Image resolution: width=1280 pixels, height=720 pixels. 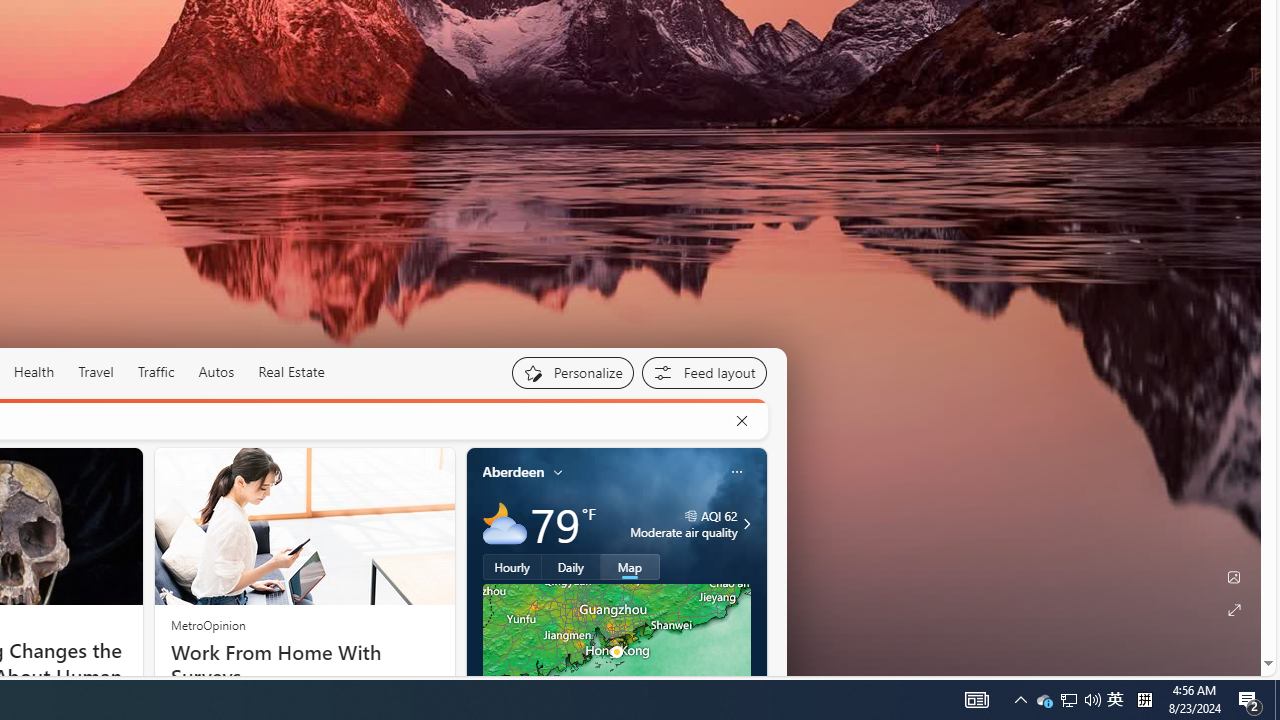 I want to click on 'Personalize your feed"', so click(x=571, y=372).